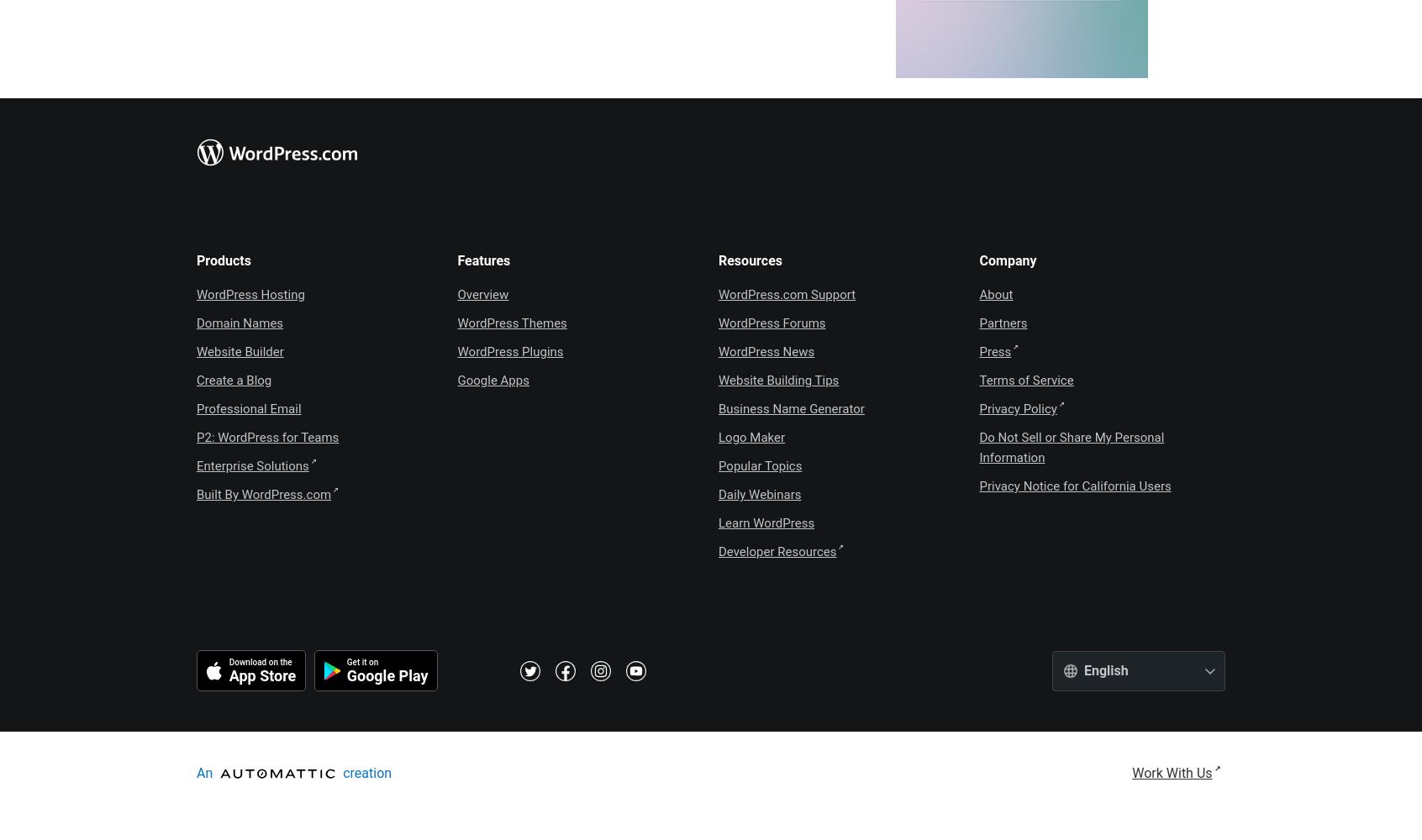 Image resolution: width=1422 pixels, height=840 pixels. What do you see at coordinates (750, 260) in the screenshot?
I see `'Resources'` at bounding box center [750, 260].